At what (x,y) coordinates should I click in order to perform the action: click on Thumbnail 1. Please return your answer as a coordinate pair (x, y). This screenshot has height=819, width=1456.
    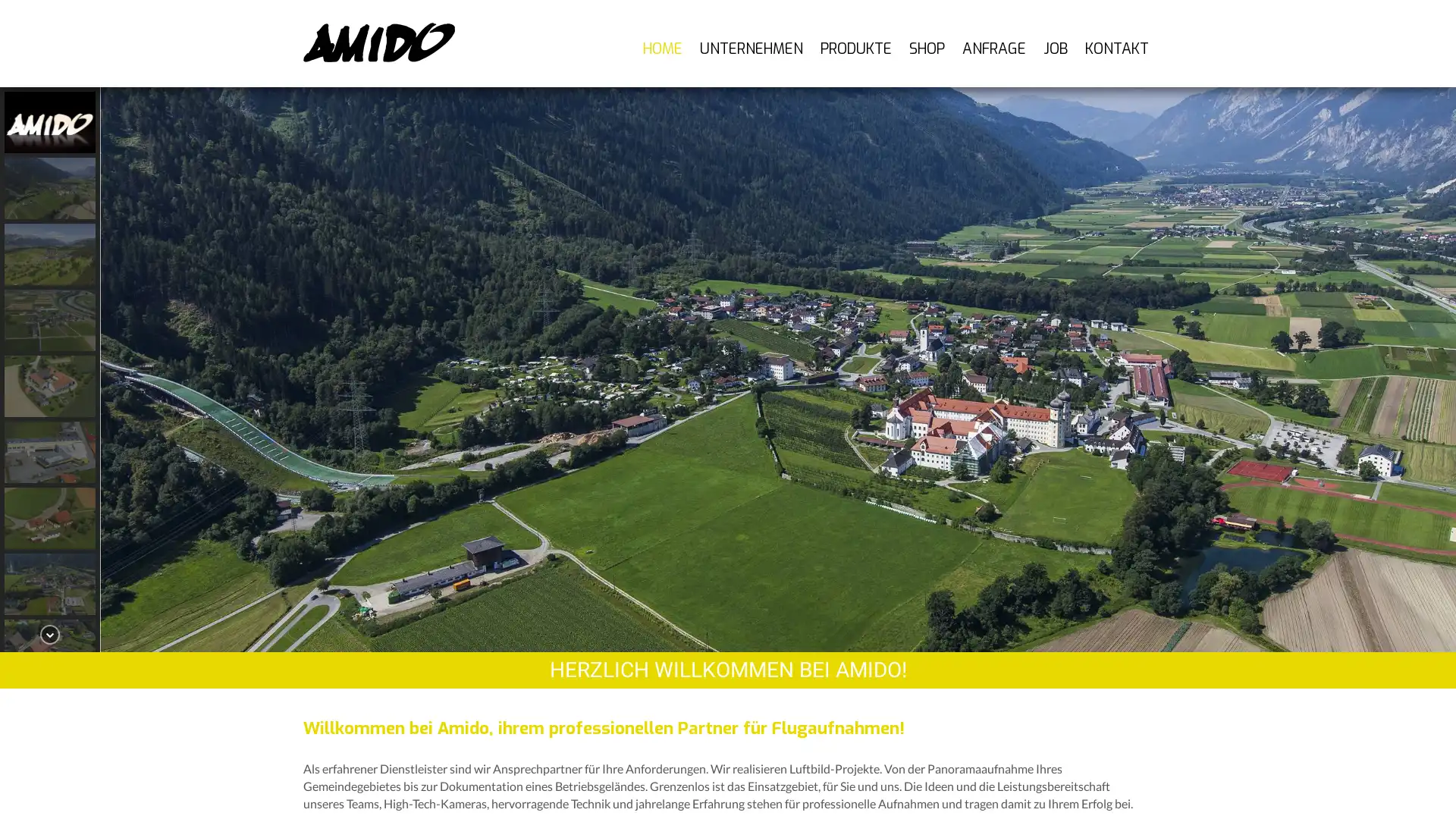
    Looking at the image, I should click on (50, 121).